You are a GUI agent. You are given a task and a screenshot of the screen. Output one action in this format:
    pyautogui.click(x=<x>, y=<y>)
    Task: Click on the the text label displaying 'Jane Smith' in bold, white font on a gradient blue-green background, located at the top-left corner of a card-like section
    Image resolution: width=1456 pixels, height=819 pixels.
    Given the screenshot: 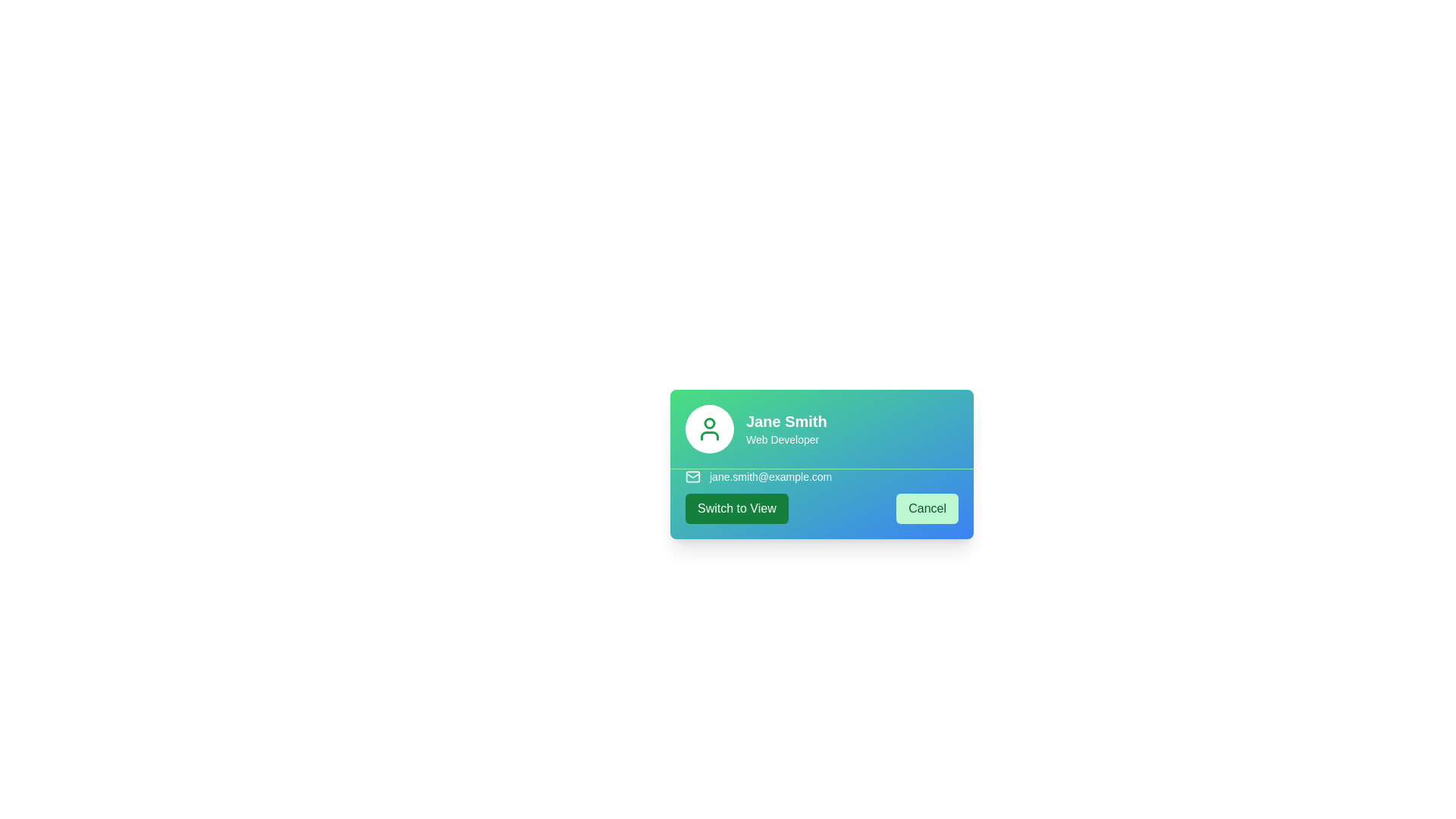 What is the action you would take?
    pyautogui.click(x=786, y=421)
    